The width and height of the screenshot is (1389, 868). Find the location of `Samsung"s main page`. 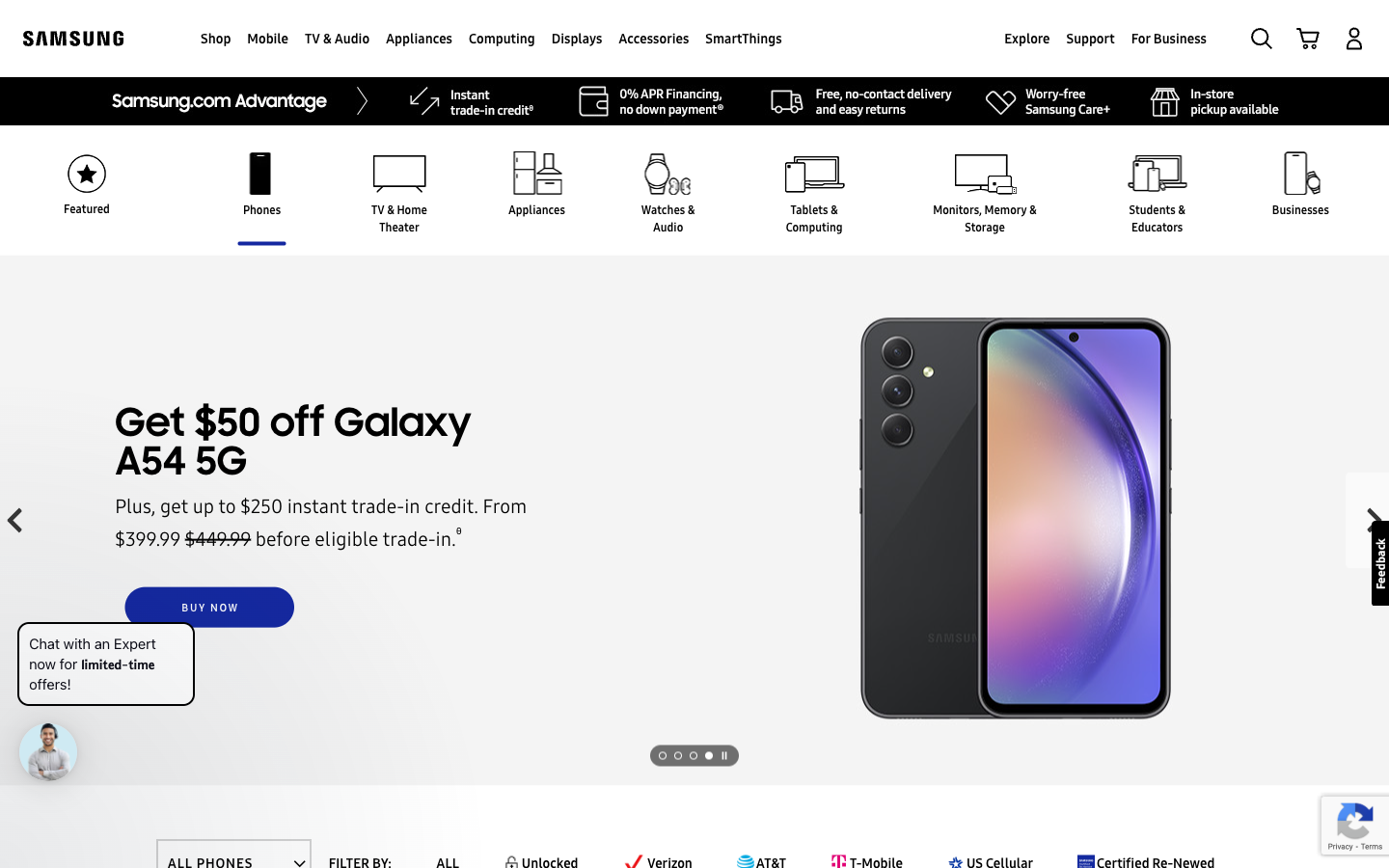

Samsung"s main page is located at coordinates (73, 37).